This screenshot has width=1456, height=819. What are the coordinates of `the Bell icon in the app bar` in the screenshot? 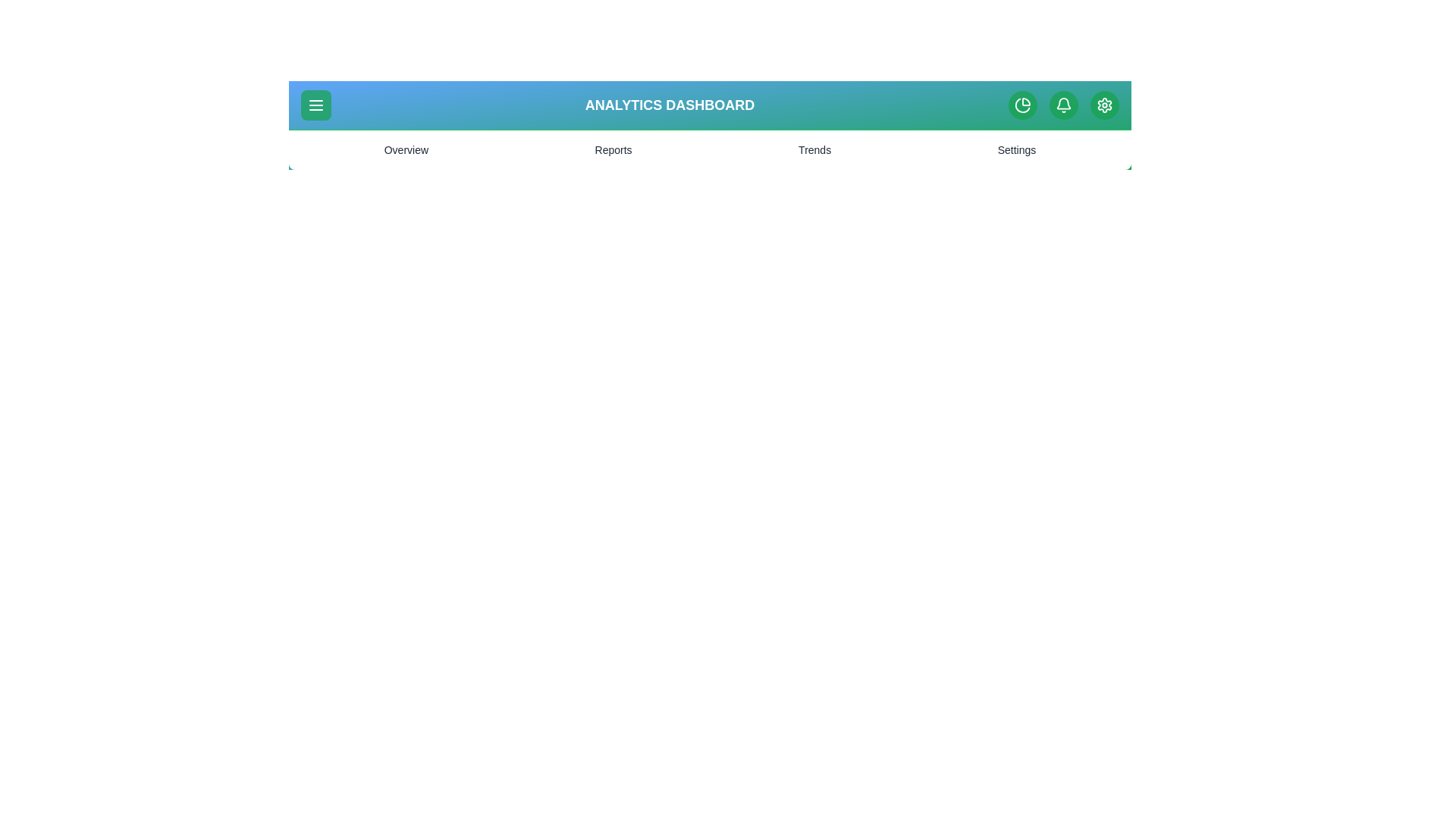 It's located at (1062, 104).